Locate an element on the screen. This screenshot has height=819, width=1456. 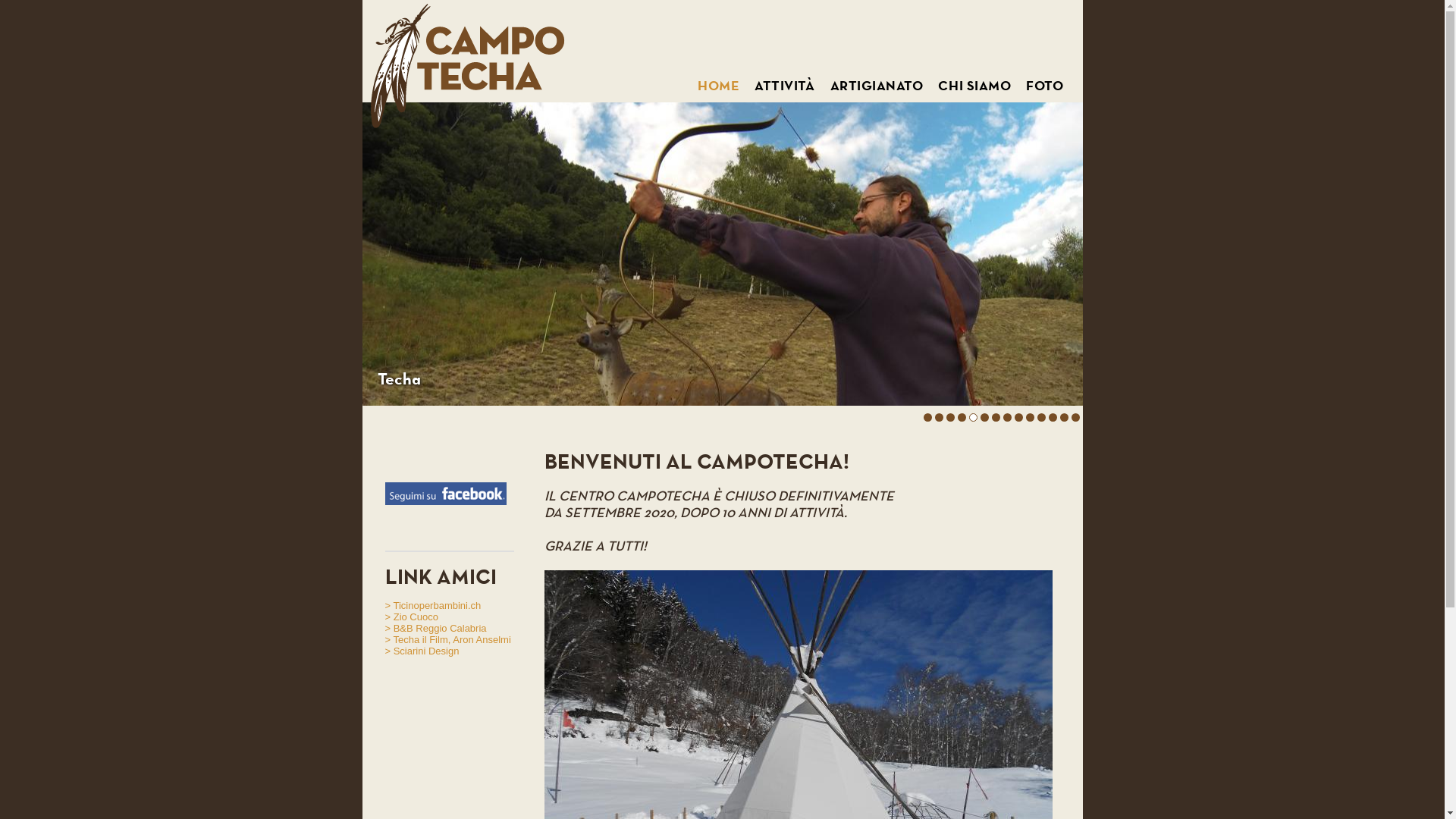
'6' is located at coordinates (984, 419).